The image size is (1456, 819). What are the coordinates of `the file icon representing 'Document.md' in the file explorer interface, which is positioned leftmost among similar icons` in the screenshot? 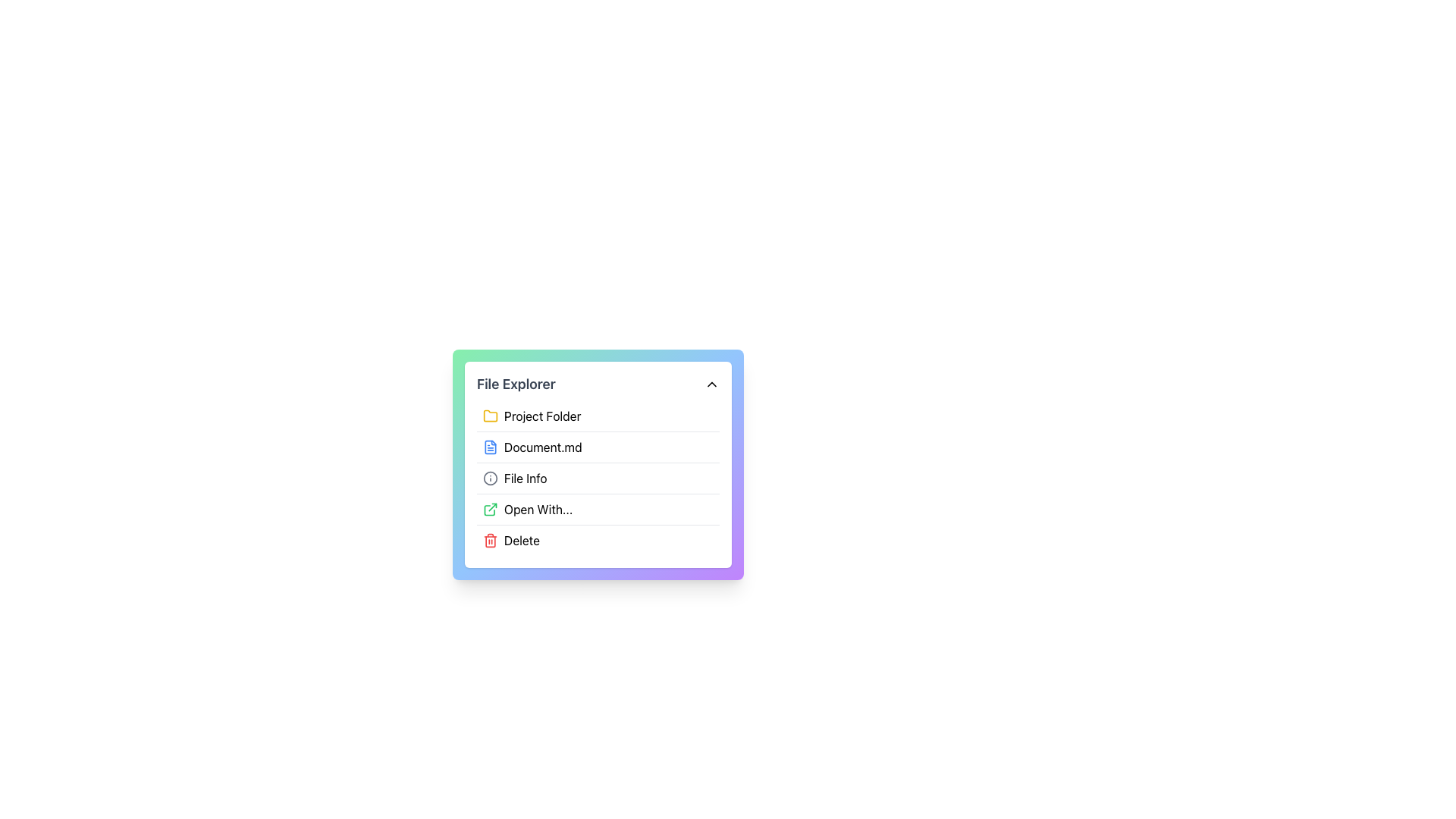 It's located at (491, 447).